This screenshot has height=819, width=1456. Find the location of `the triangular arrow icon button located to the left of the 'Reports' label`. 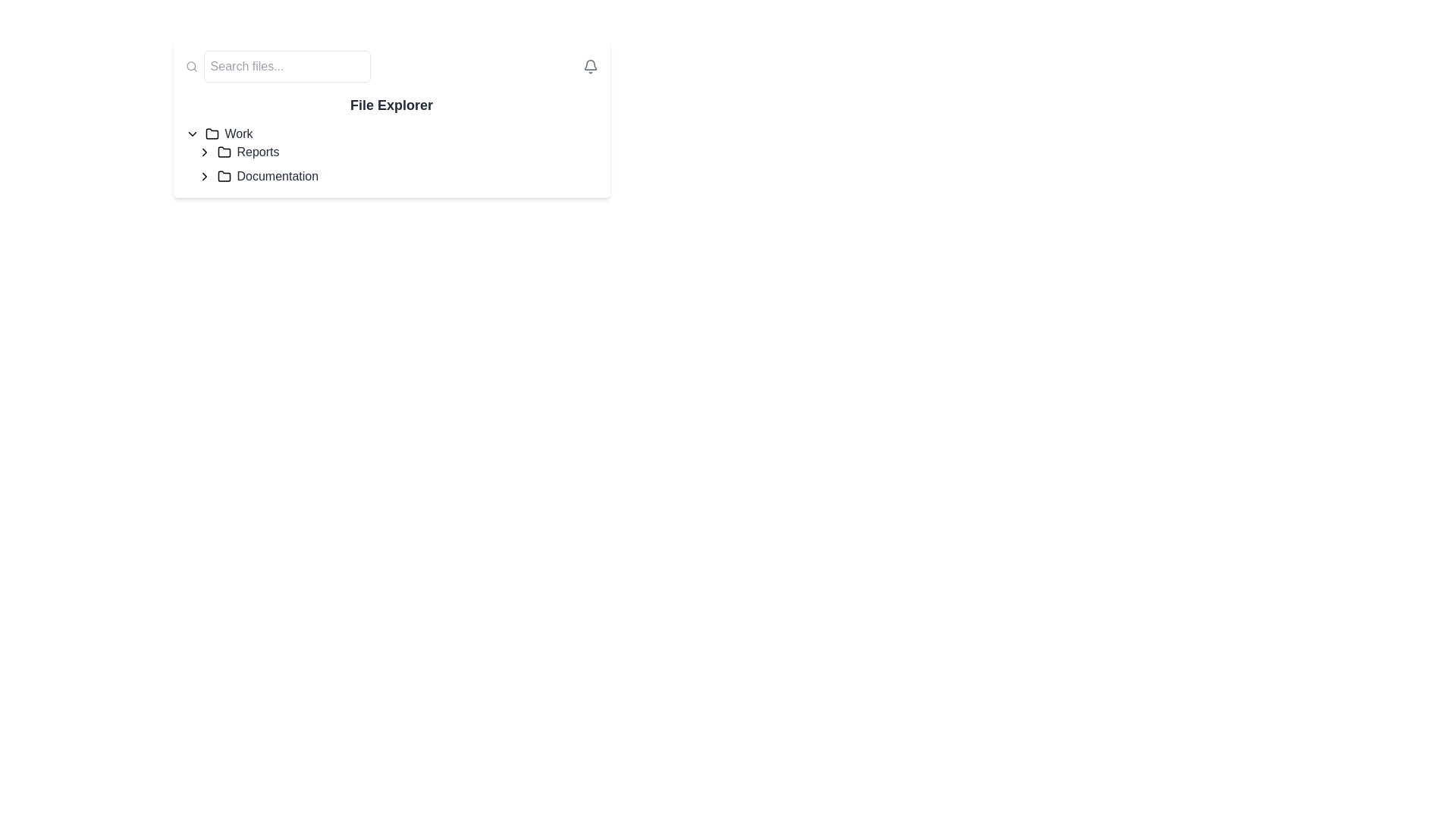

the triangular arrow icon button located to the left of the 'Reports' label is located at coordinates (203, 152).